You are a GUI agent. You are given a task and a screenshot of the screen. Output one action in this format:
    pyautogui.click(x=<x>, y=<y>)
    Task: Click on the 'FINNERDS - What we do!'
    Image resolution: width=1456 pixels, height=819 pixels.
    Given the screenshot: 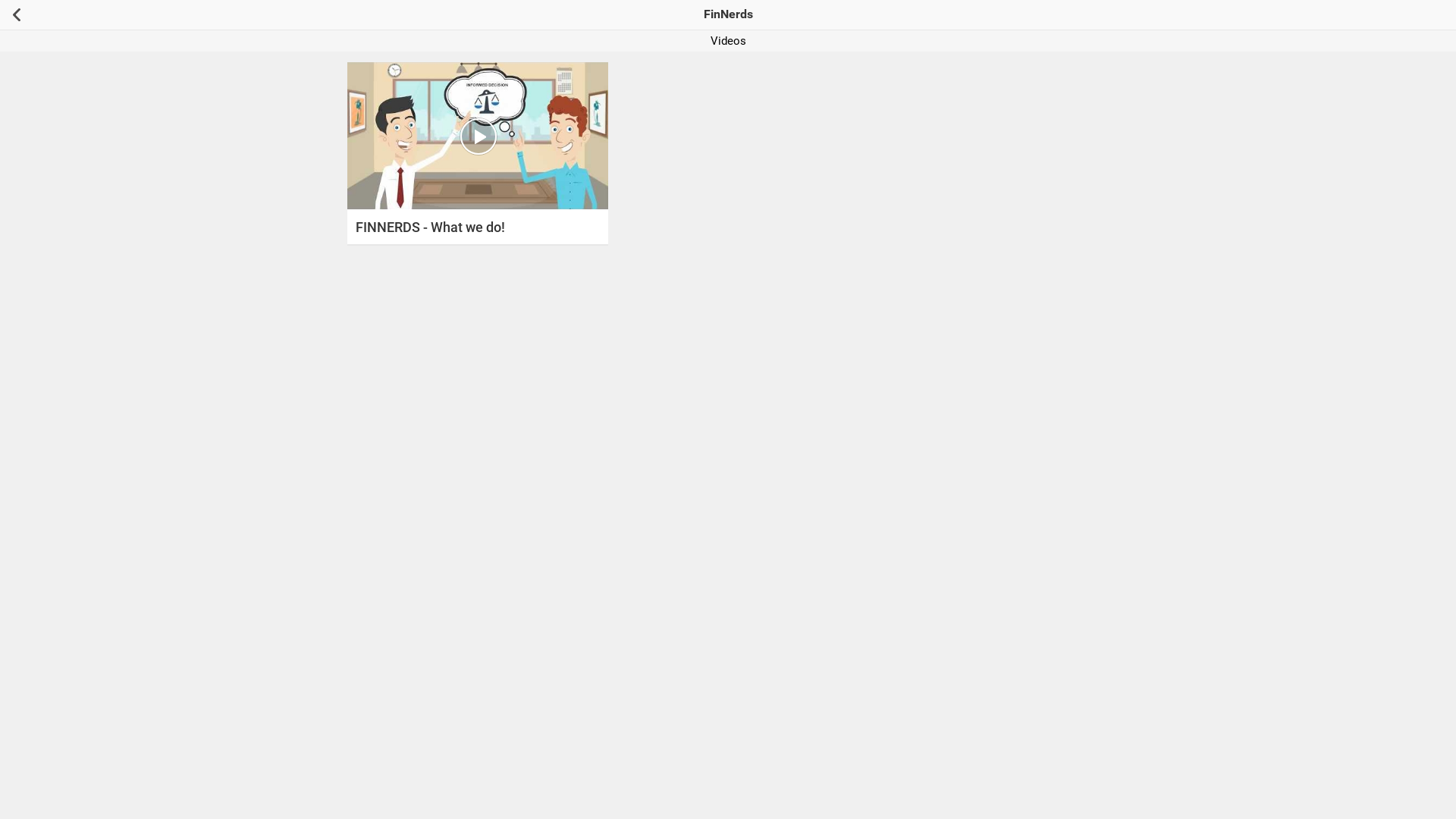 What is the action you would take?
    pyautogui.click(x=476, y=225)
    